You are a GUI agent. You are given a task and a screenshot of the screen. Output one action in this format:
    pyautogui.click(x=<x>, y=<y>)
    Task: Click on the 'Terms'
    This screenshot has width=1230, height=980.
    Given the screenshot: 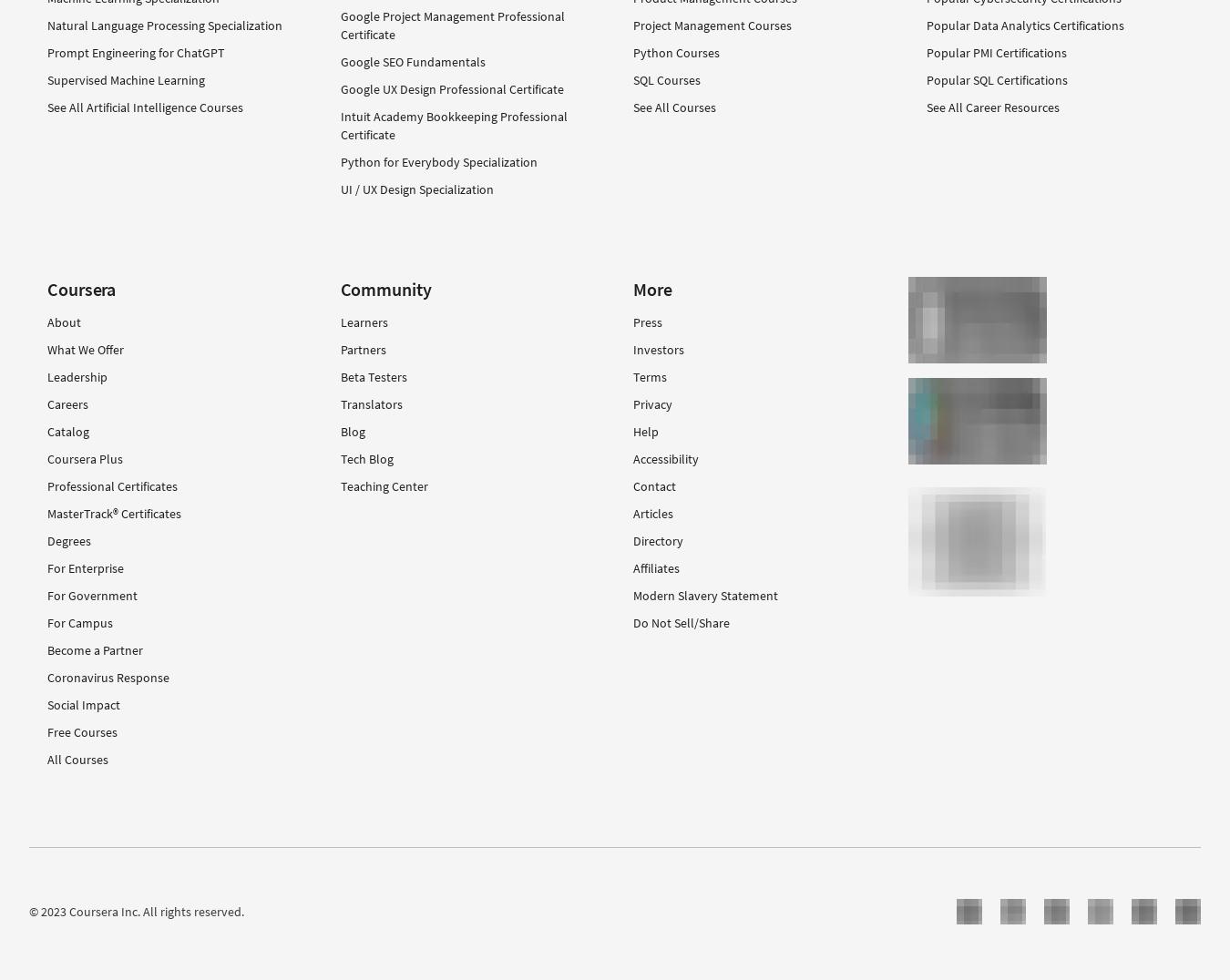 What is the action you would take?
    pyautogui.click(x=649, y=377)
    